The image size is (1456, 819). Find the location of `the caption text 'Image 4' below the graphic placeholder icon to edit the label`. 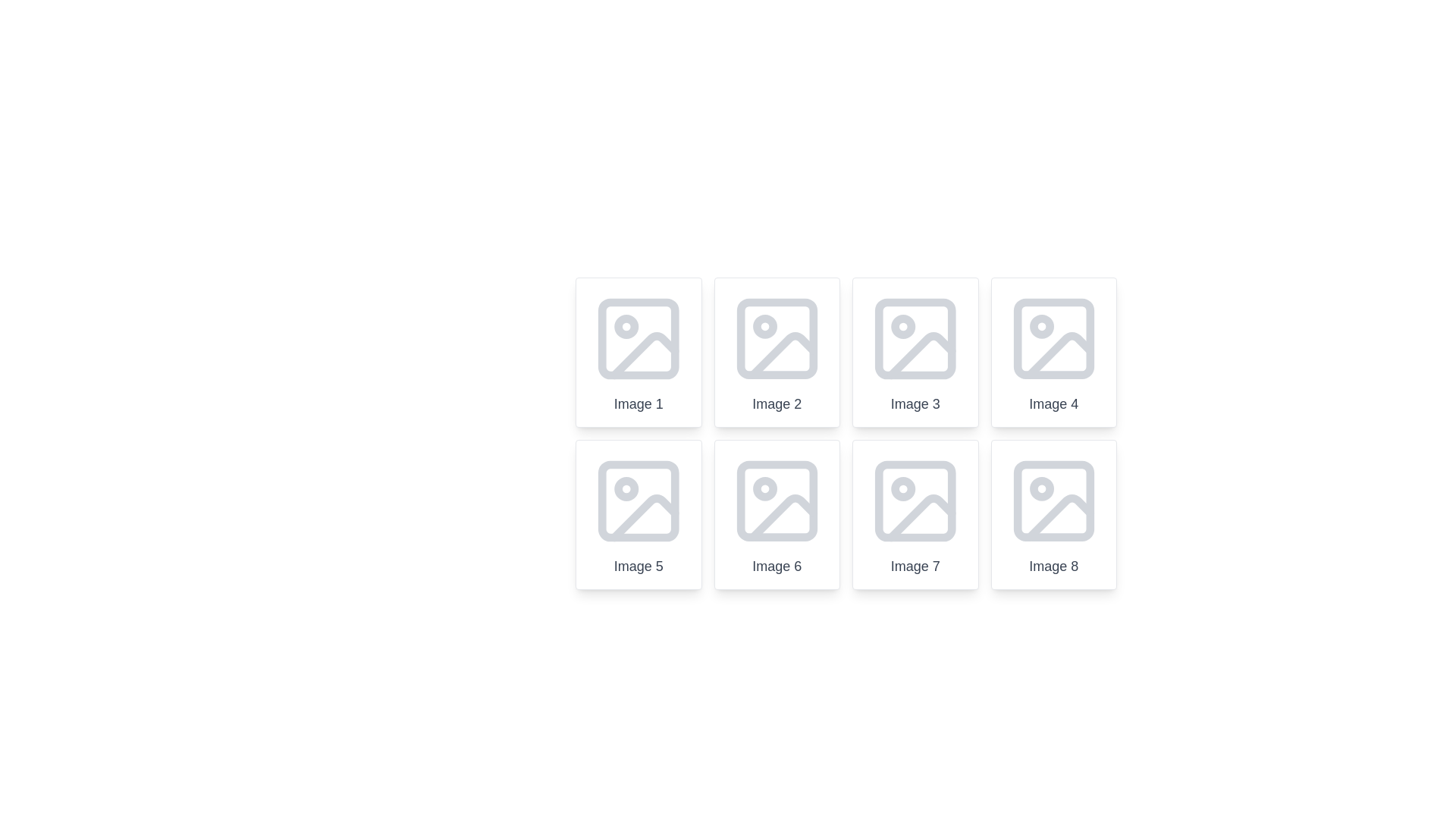

the caption text 'Image 4' below the graphic placeholder icon to edit the label is located at coordinates (1053, 353).